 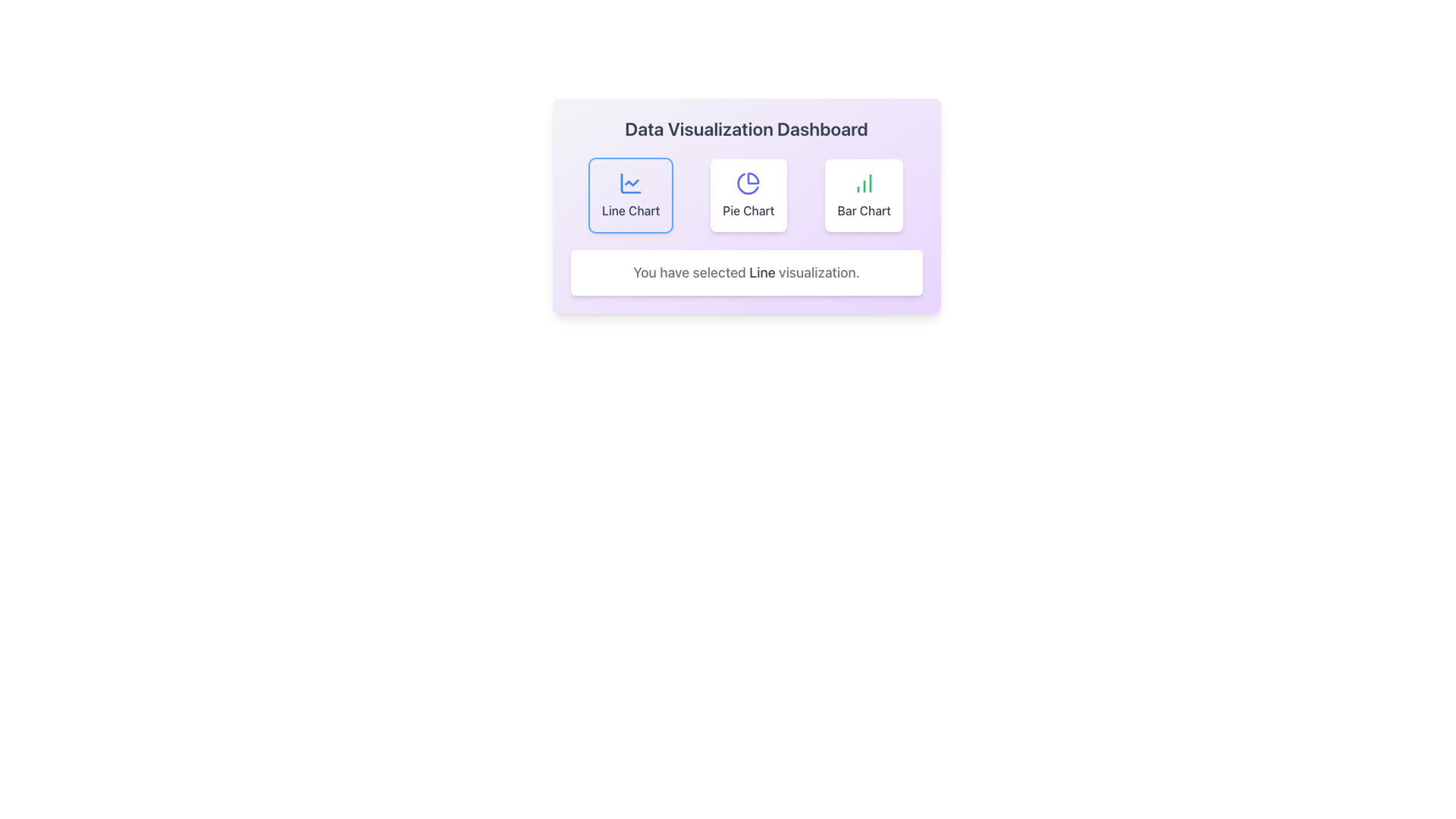 What do you see at coordinates (631, 183) in the screenshot?
I see `the 'Line Chart' graphical icon located in the top-left area of the dashboard panel to engage with the 'Line Chart' option` at bounding box center [631, 183].